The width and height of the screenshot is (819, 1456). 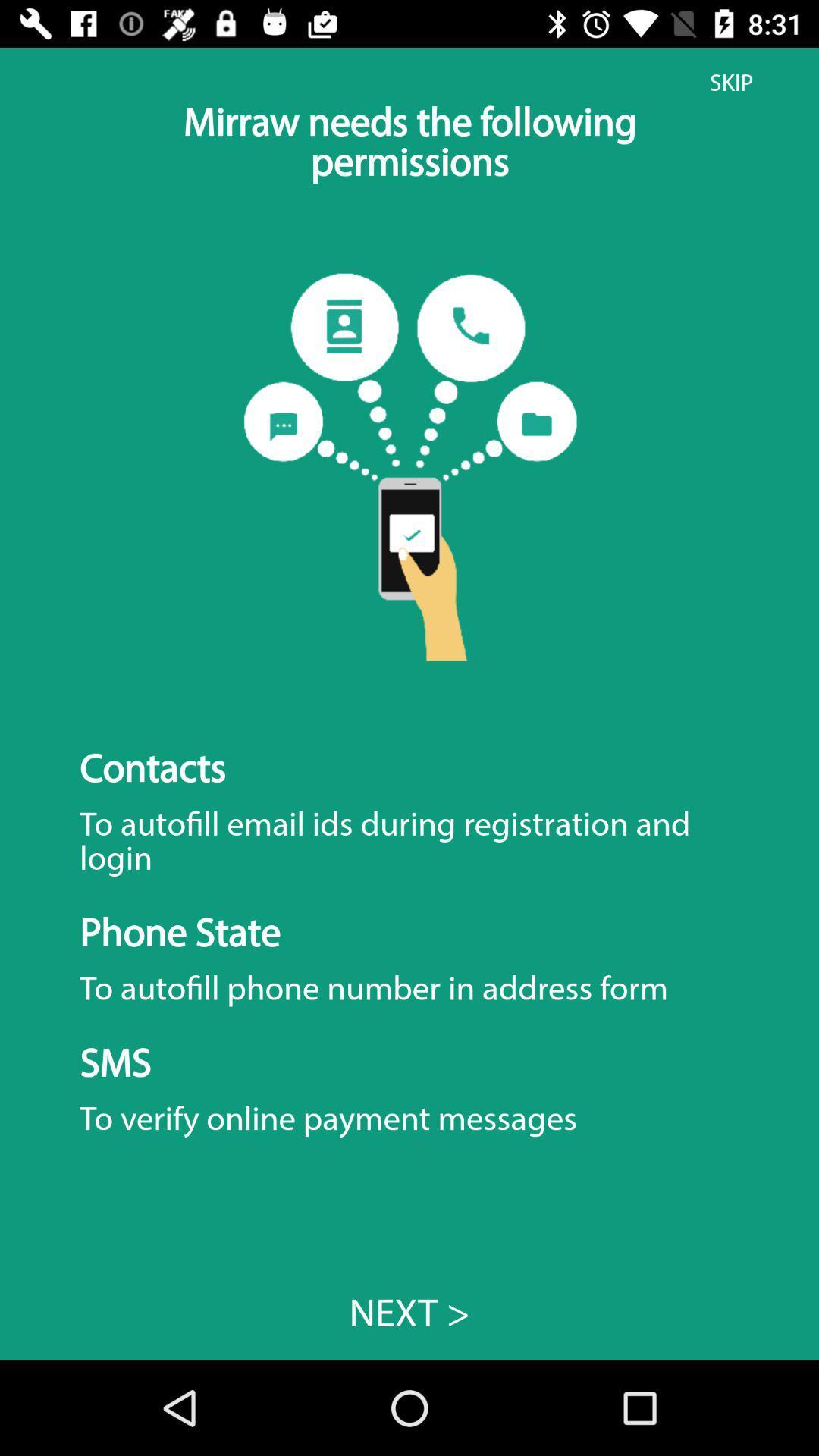 I want to click on the item above to autofill email, so click(x=730, y=82).